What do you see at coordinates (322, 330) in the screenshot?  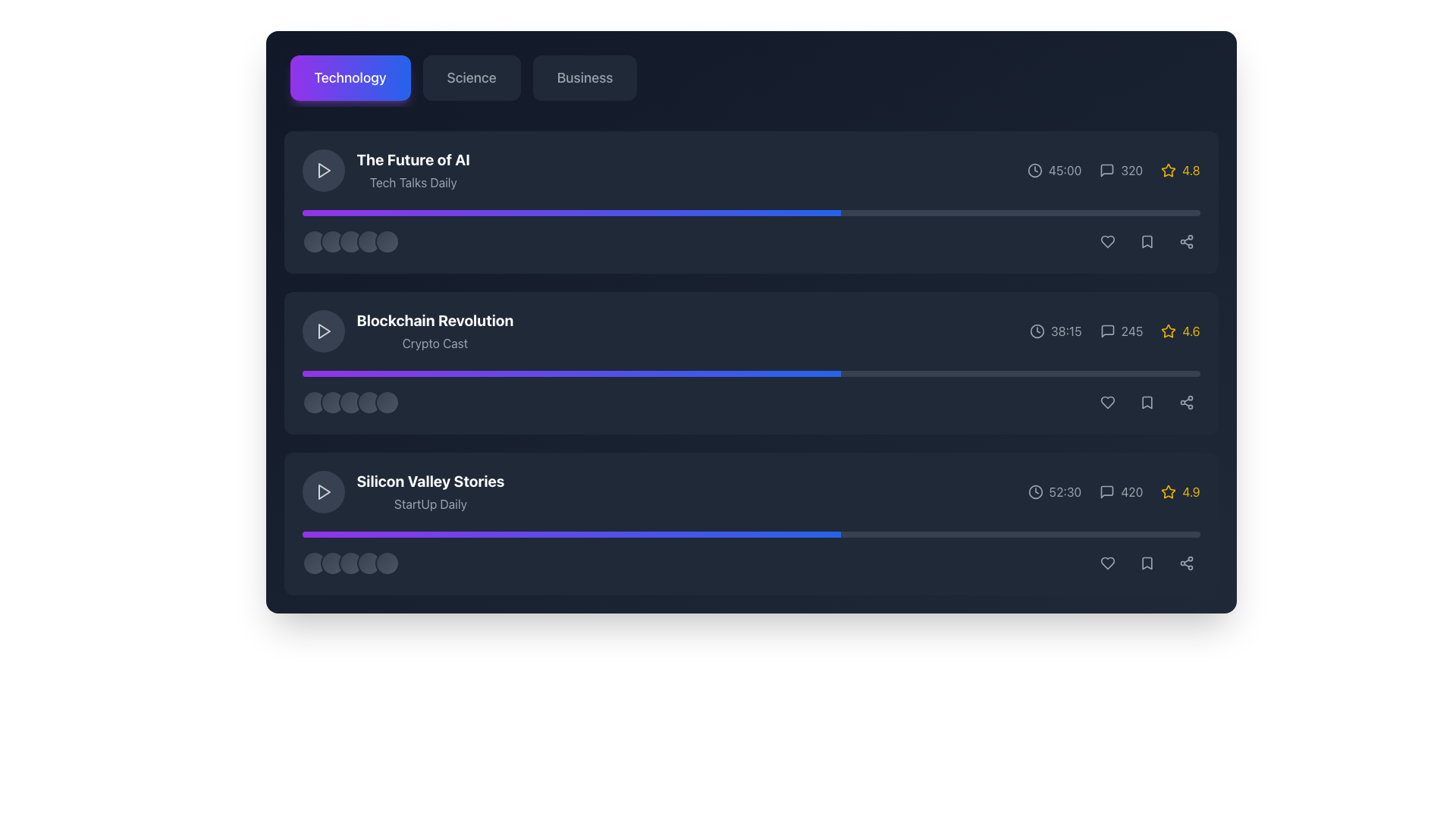 I see `the triangular play button icon located in the top-left corner of the second media item in a vertical list` at bounding box center [322, 330].